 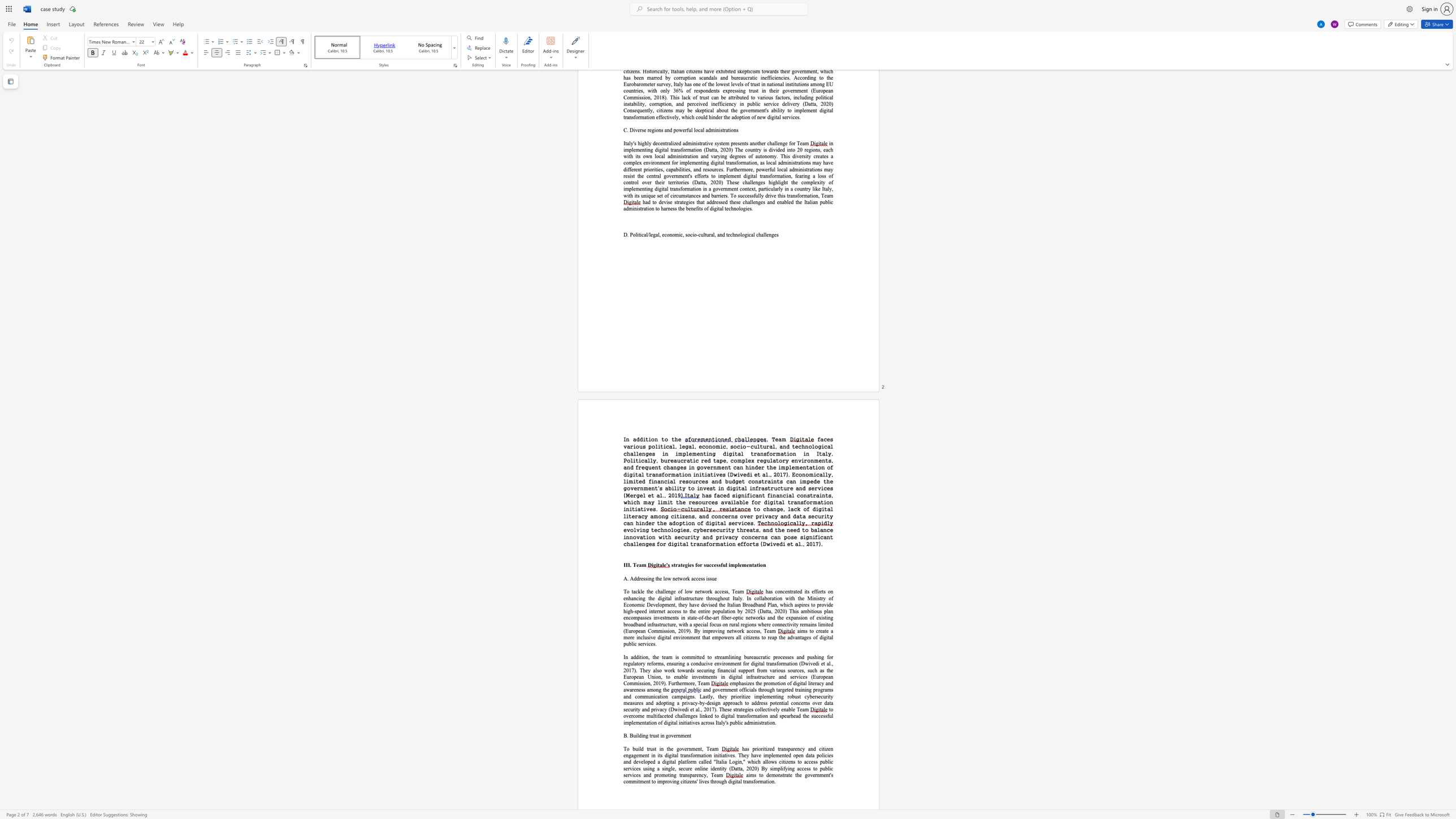 What do you see at coordinates (650, 735) in the screenshot?
I see `the subset text "rust i" within the text "B. Building trust in government"` at bounding box center [650, 735].